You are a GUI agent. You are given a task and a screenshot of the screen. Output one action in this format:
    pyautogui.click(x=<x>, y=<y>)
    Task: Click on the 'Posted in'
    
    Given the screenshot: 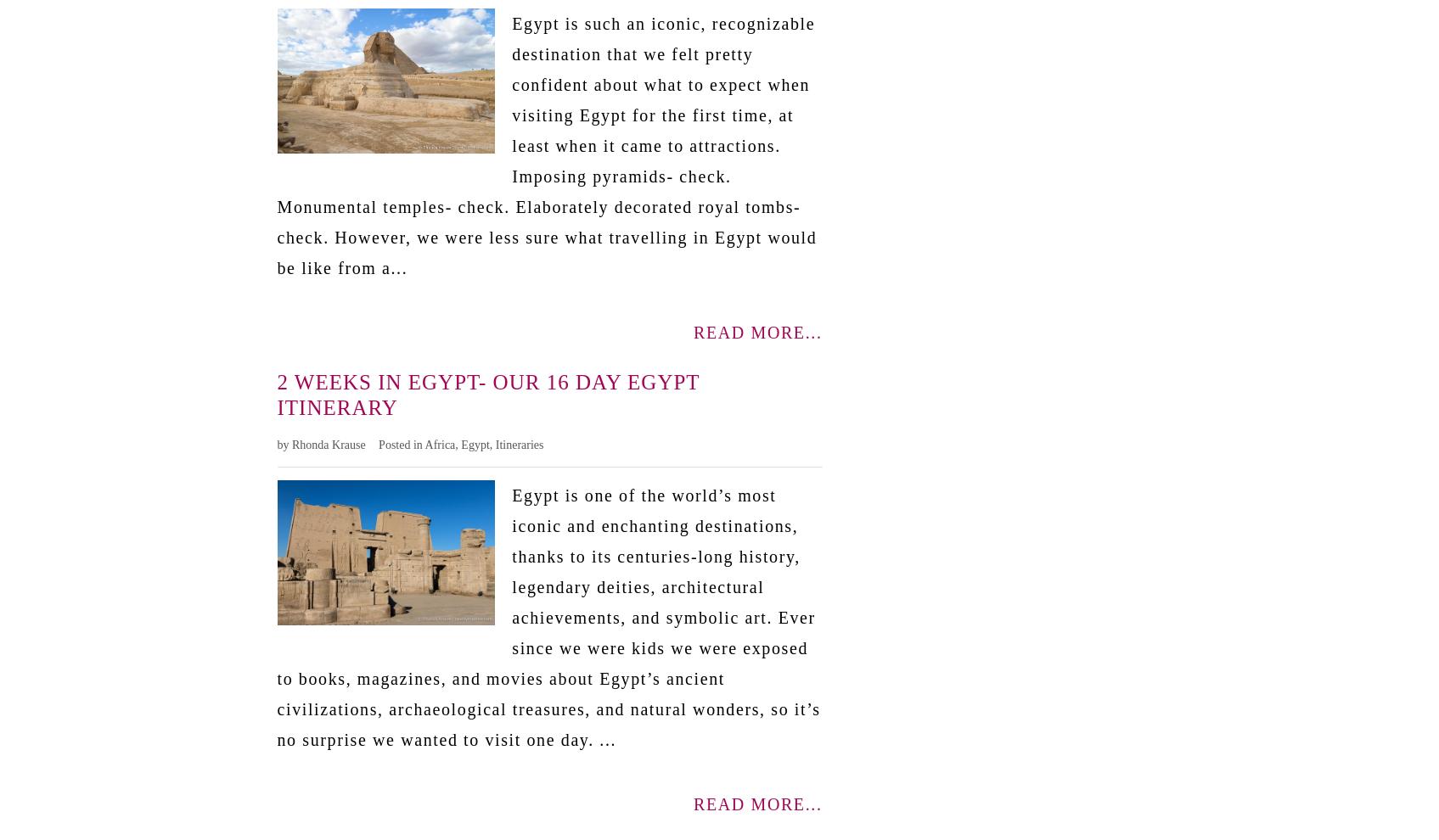 What is the action you would take?
    pyautogui.click(x=378, y=443)
    